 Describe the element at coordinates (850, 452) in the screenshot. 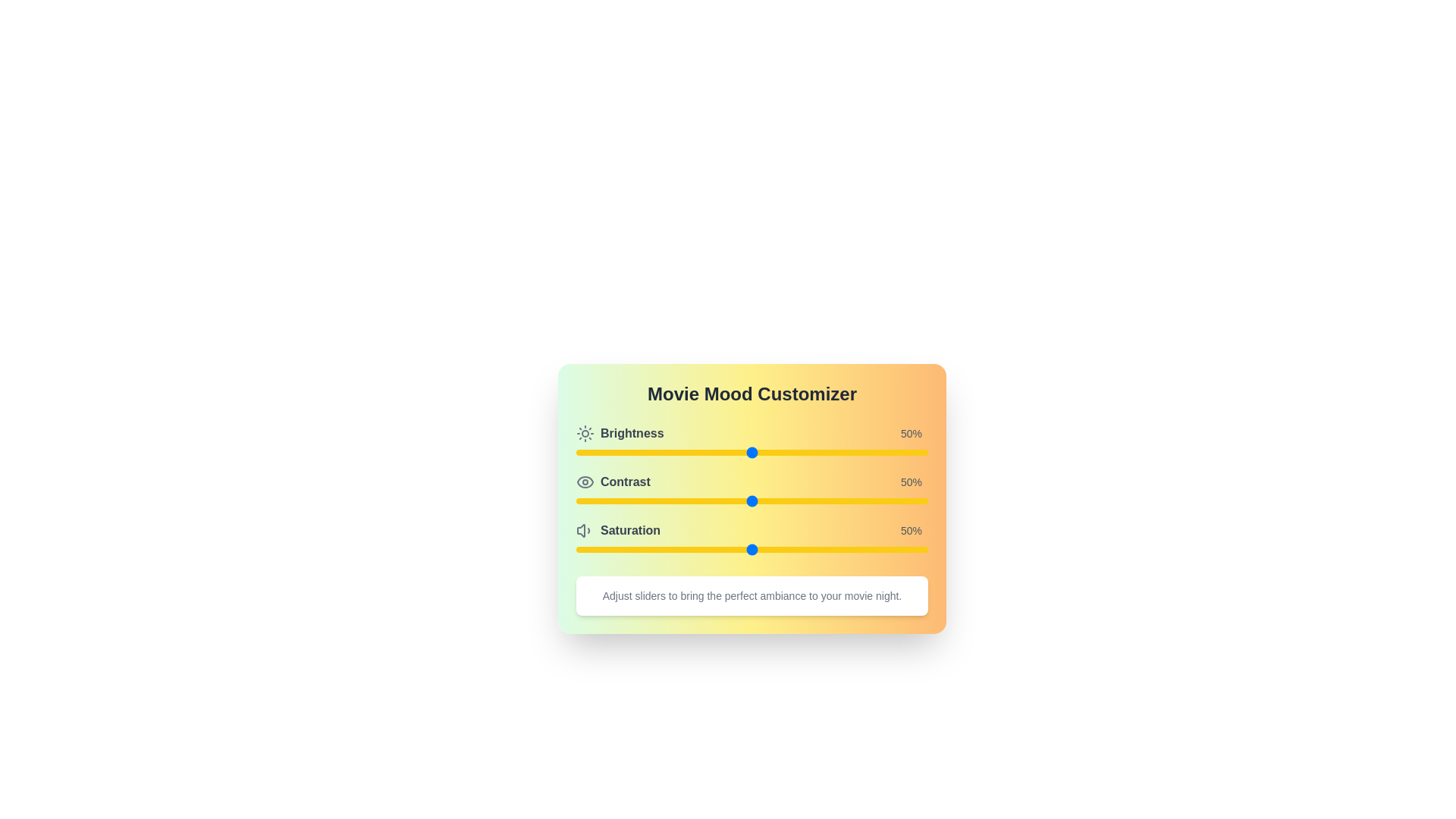

I see `brightness` at that location.